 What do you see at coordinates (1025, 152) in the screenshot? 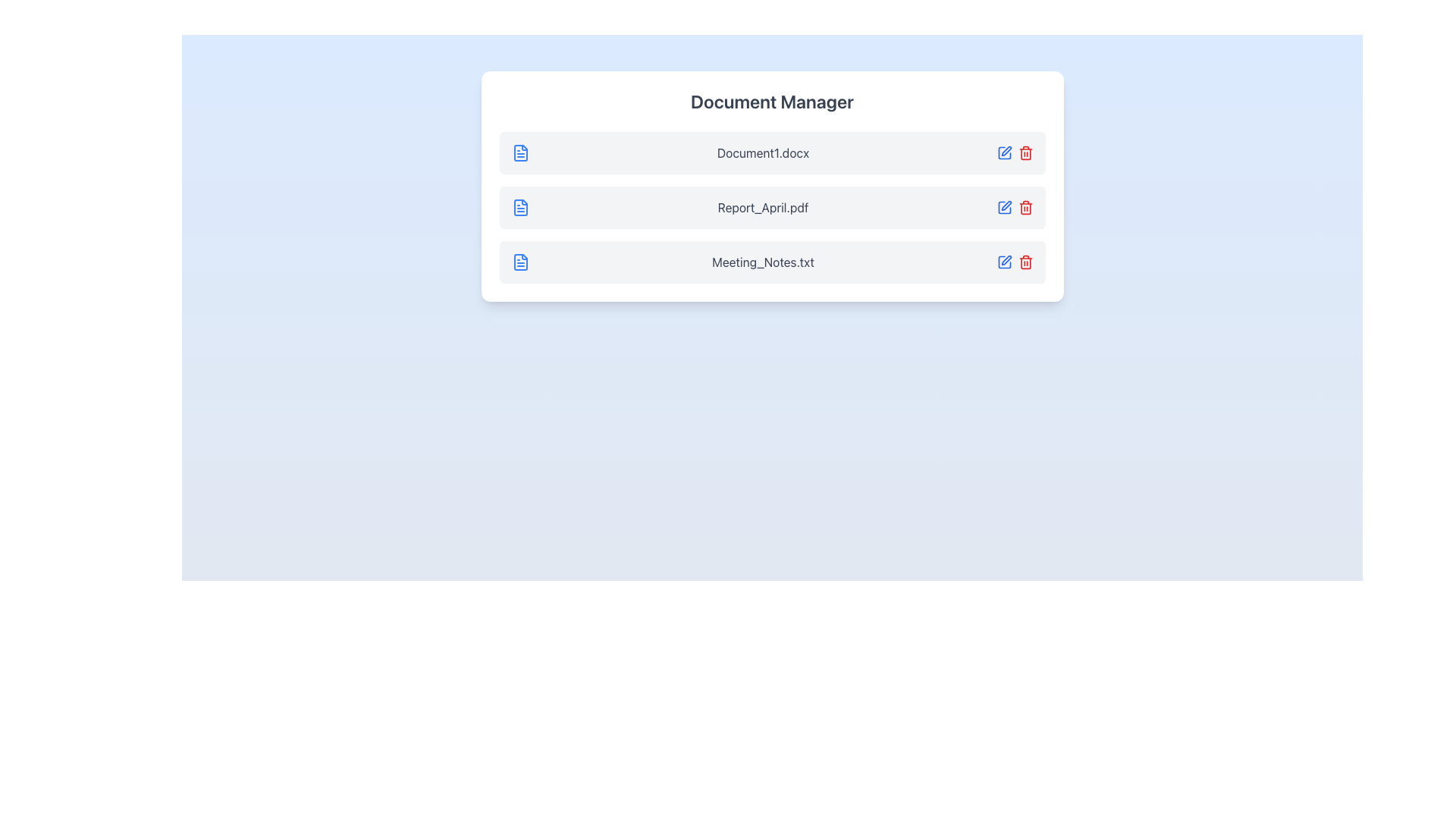
I see `the Trashcan delete icon button, which is the second icon from the right in the horizontal row aligned with the file 'Report_April.pdf'` at bounding box center [1025, 152].